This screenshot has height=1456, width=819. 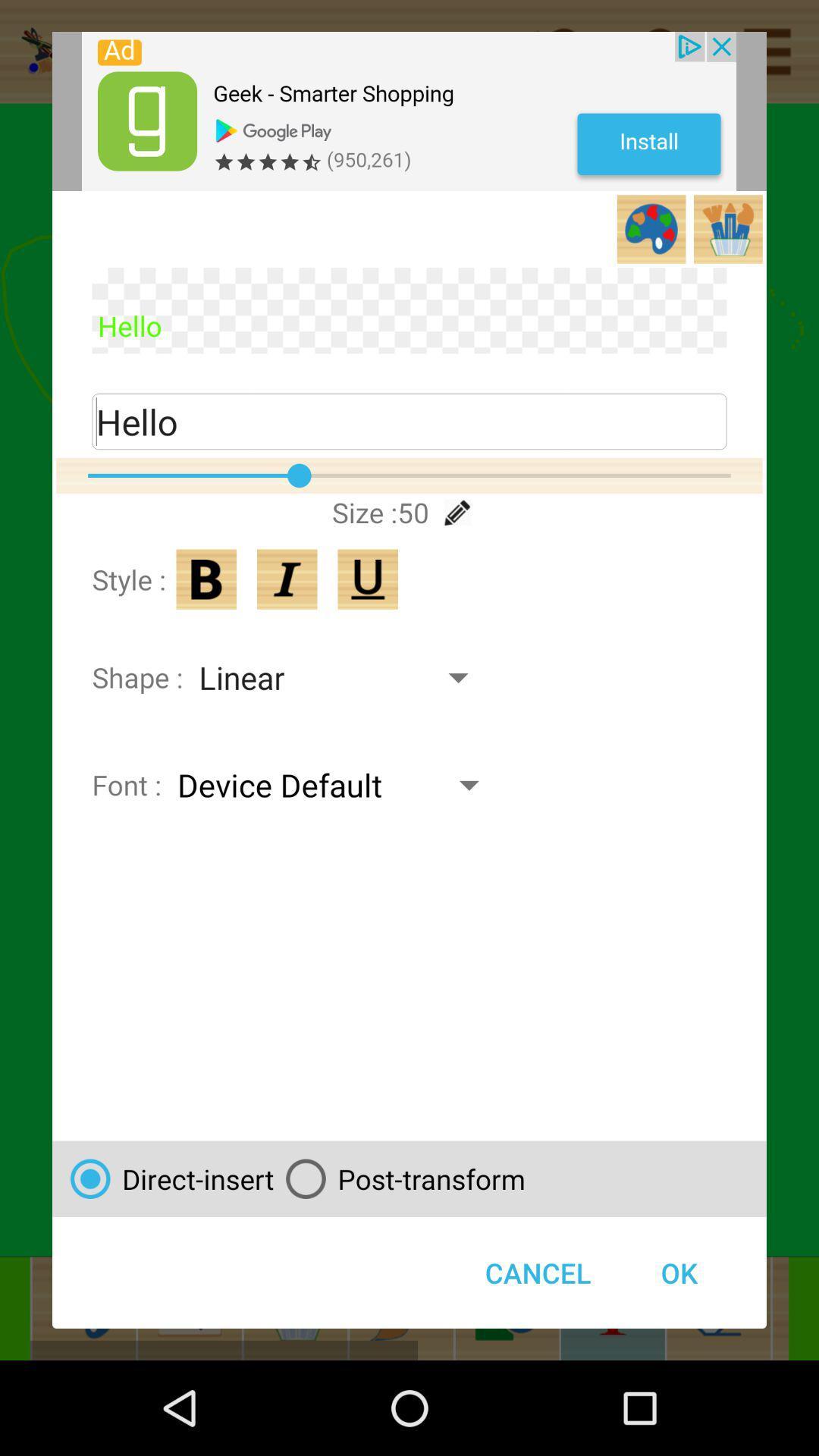 What do you see at coordinates (287, 579) in the screenshot?
I see `italics` at bounding box center [287, 579].